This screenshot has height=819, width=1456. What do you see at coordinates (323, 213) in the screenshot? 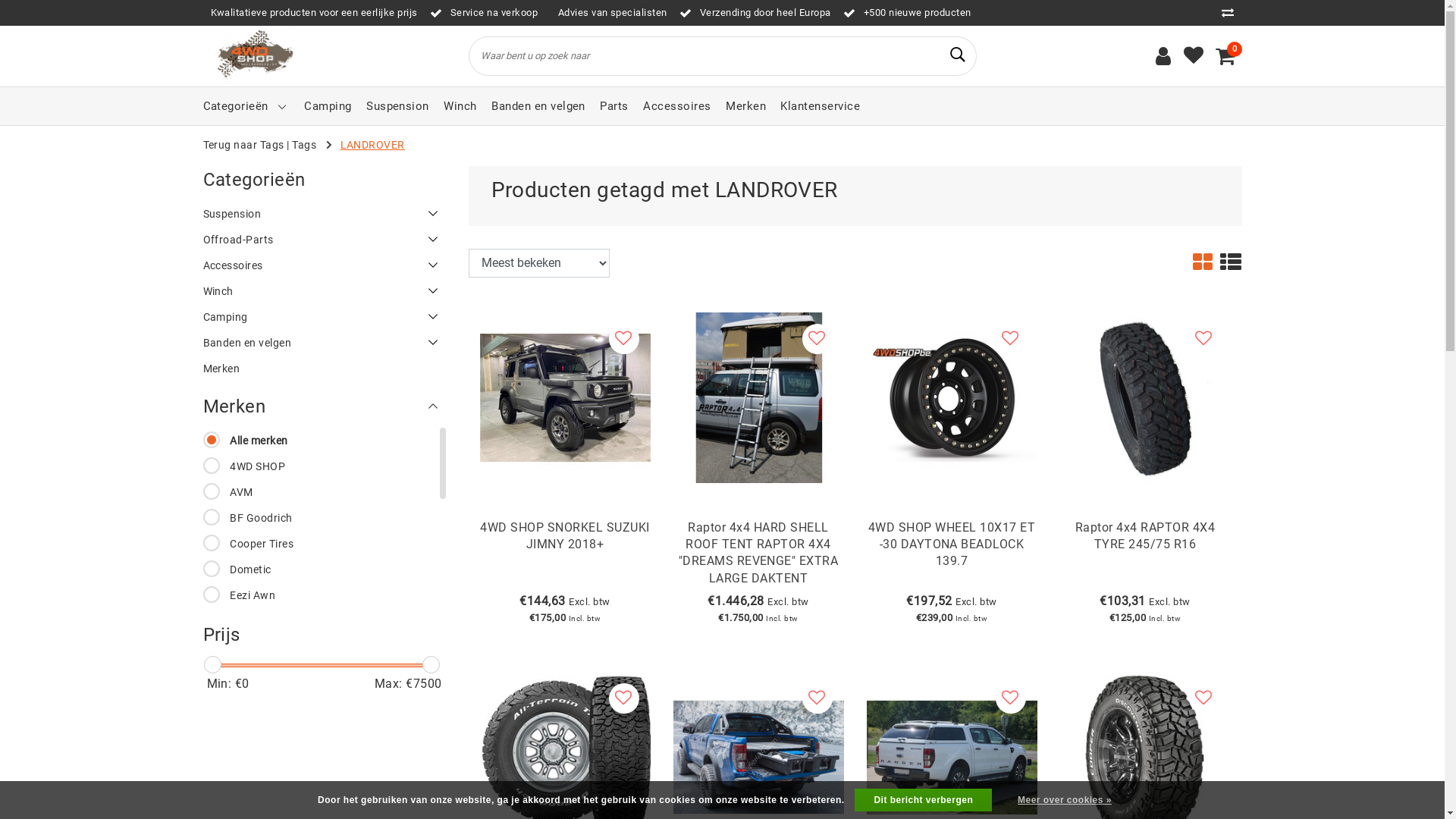
I see `'Suspension'` at bounding box center [323, 213].